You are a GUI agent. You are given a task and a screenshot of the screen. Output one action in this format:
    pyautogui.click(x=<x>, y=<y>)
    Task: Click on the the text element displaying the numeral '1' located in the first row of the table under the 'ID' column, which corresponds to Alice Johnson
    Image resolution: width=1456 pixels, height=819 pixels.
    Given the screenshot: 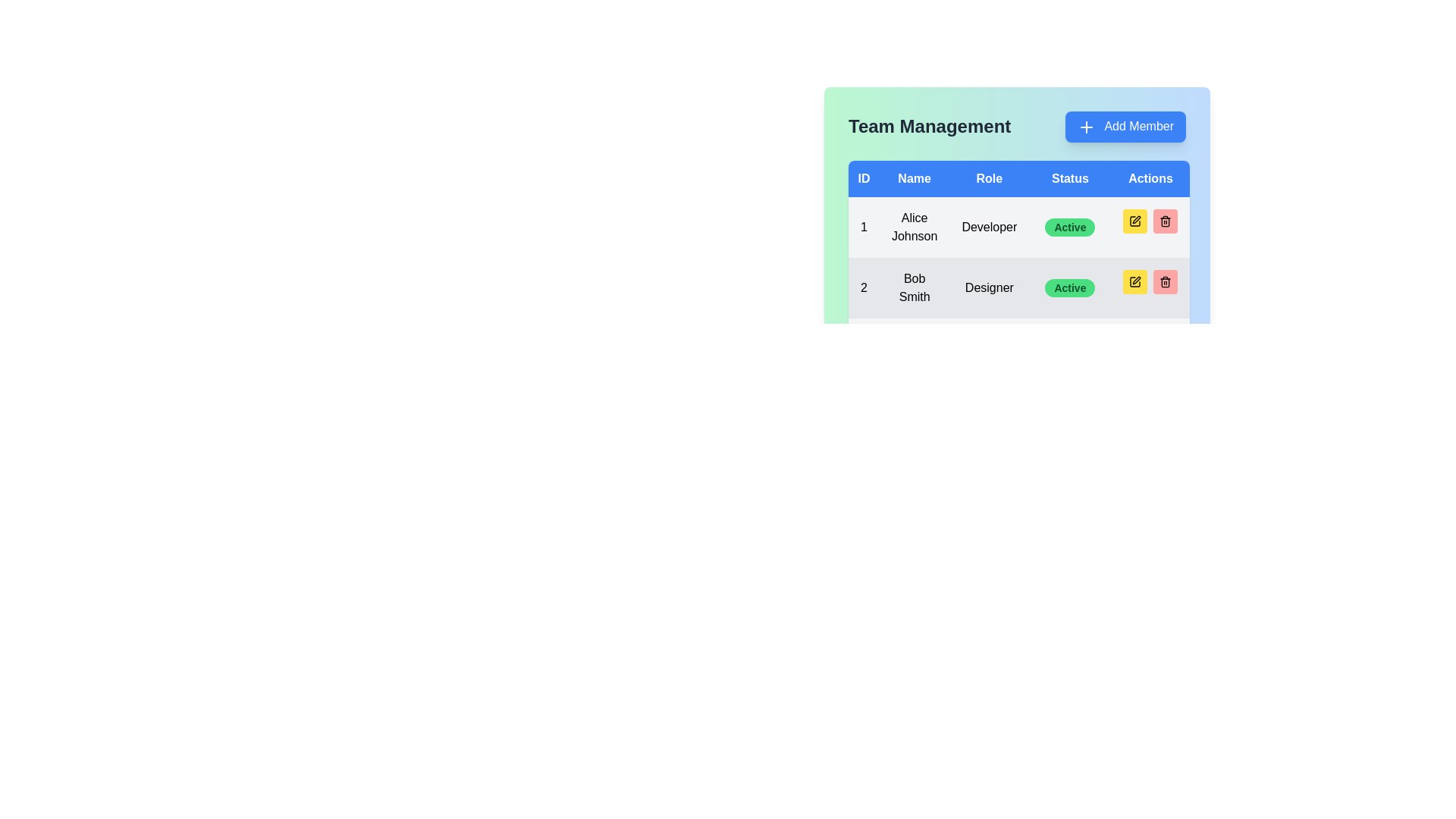 What is the action you would take?
    pyautogui.click(x=864, y=227)
    